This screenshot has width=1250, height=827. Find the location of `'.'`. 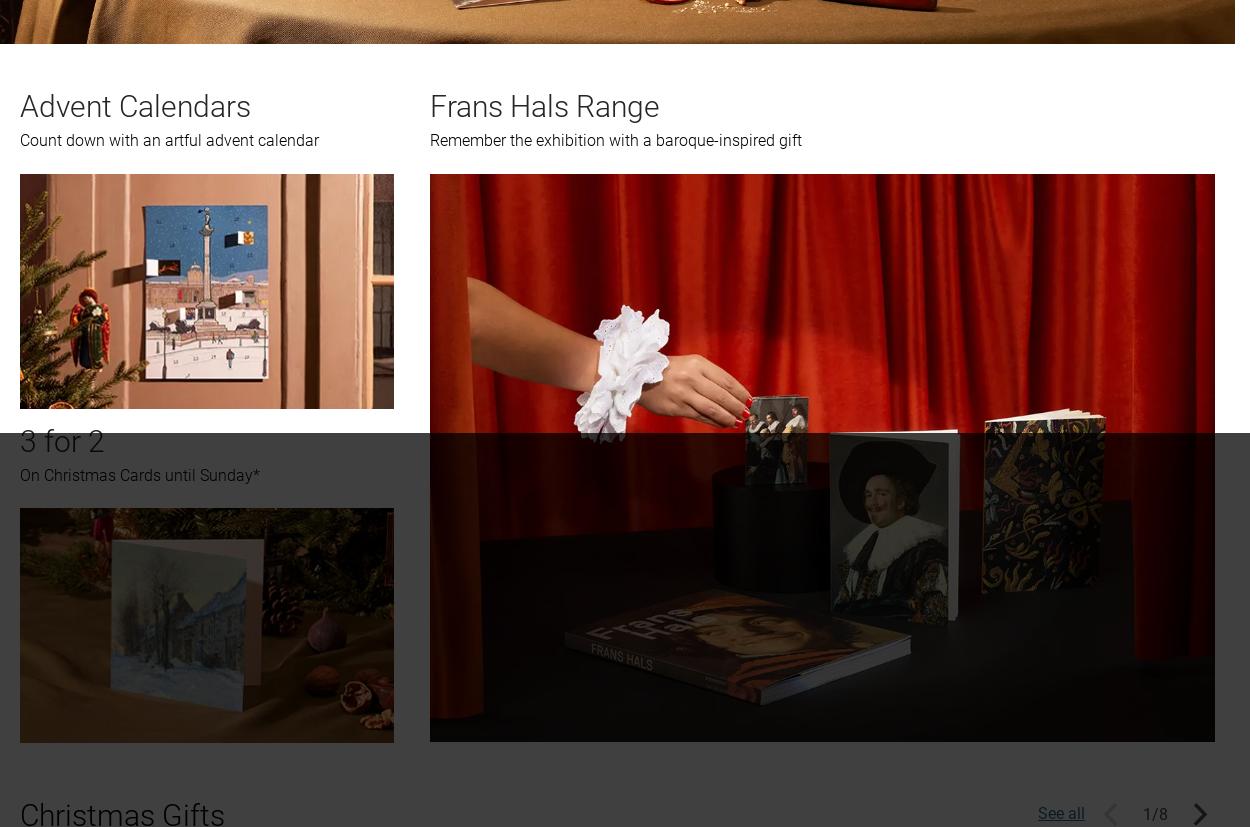

'.' is located at coordinates (829, 171).